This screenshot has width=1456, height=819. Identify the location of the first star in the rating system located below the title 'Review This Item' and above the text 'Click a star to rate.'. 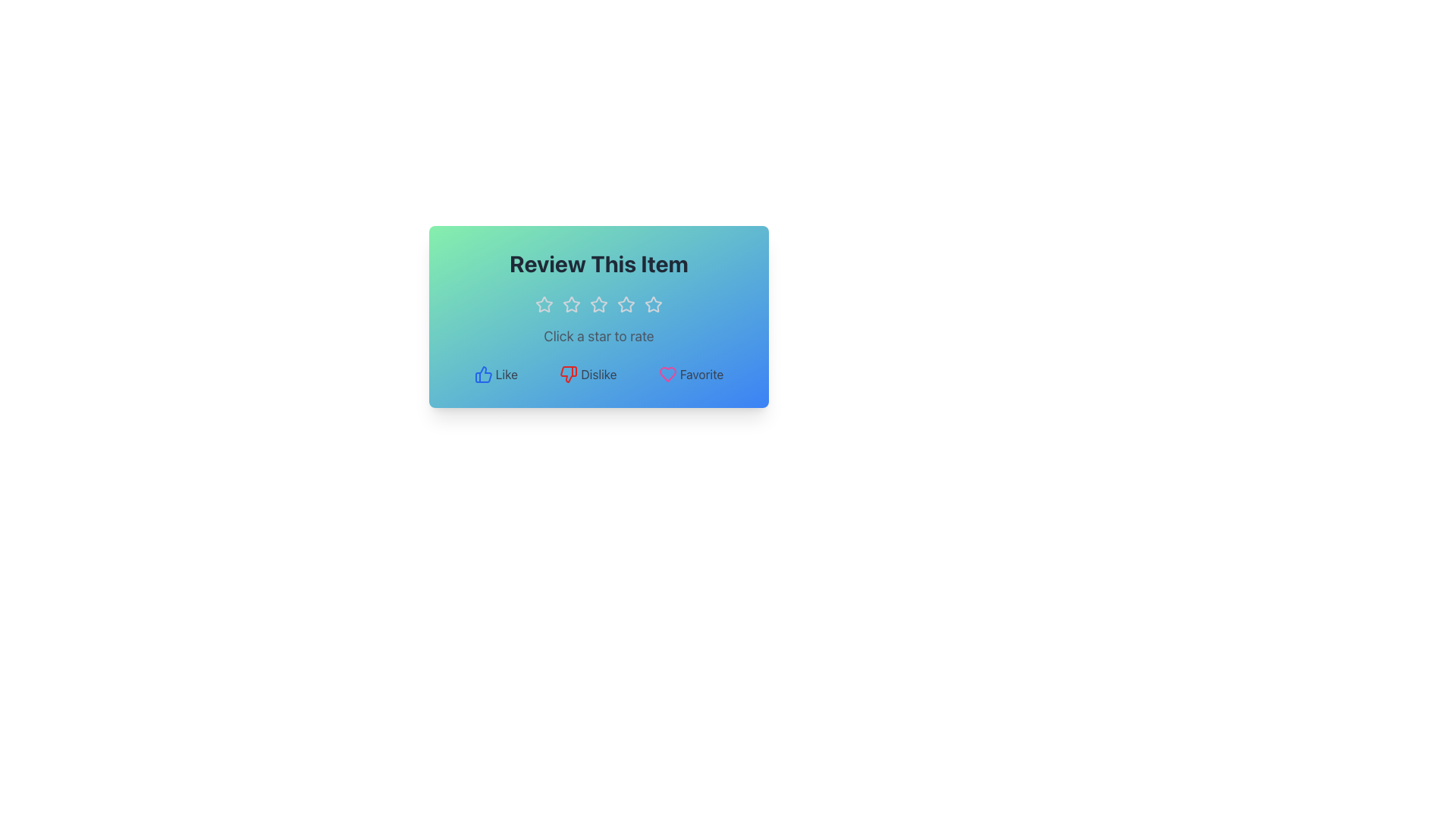
(544, 304).